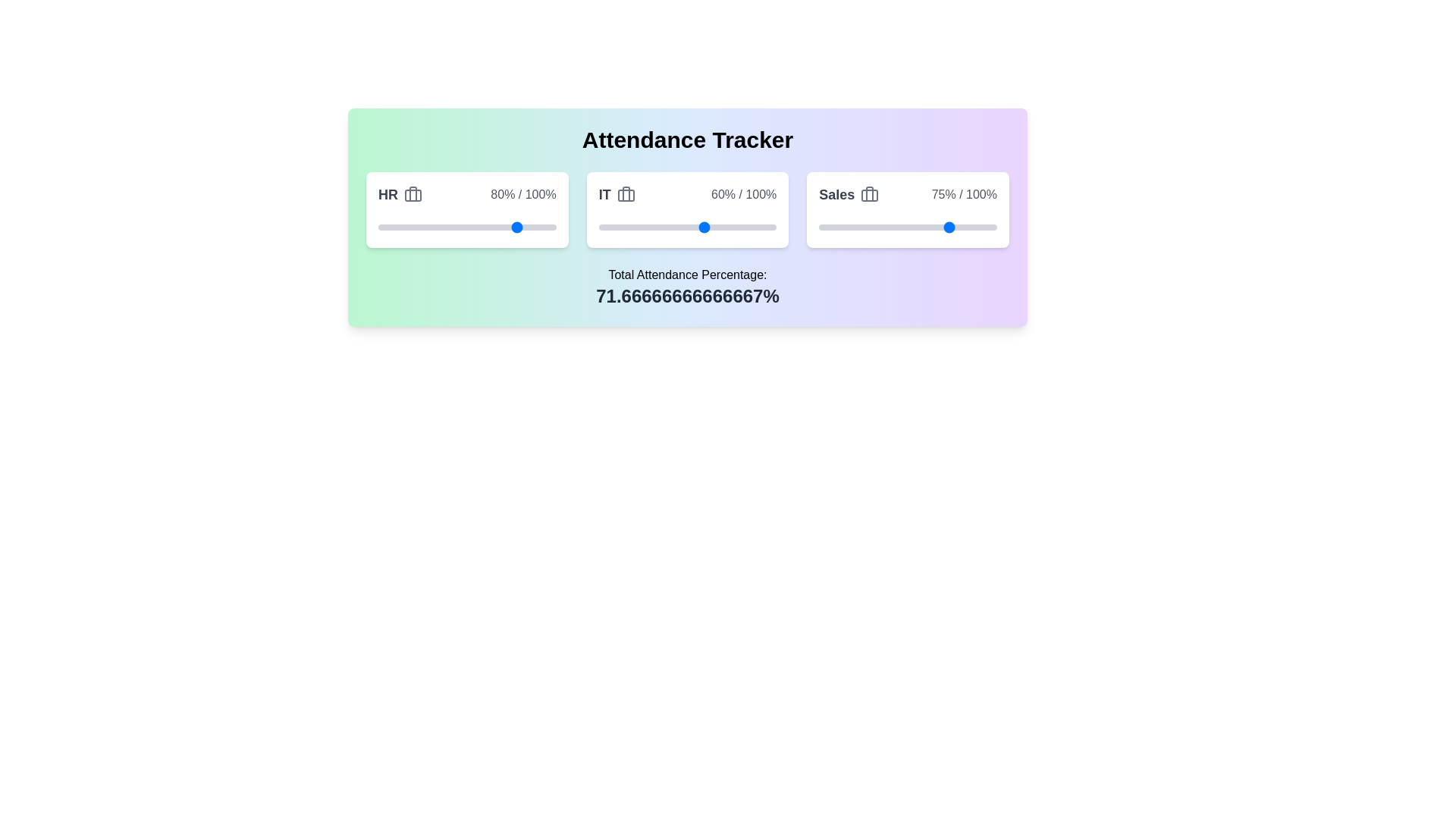 This screenshot has height=819, width=1456. Describe the element at coordinates (413, 195) in the screenshot. I see `the rectangular graphical vector element that is part of the briefcase icon, located in the HR section of the attendance tracker` at that location.